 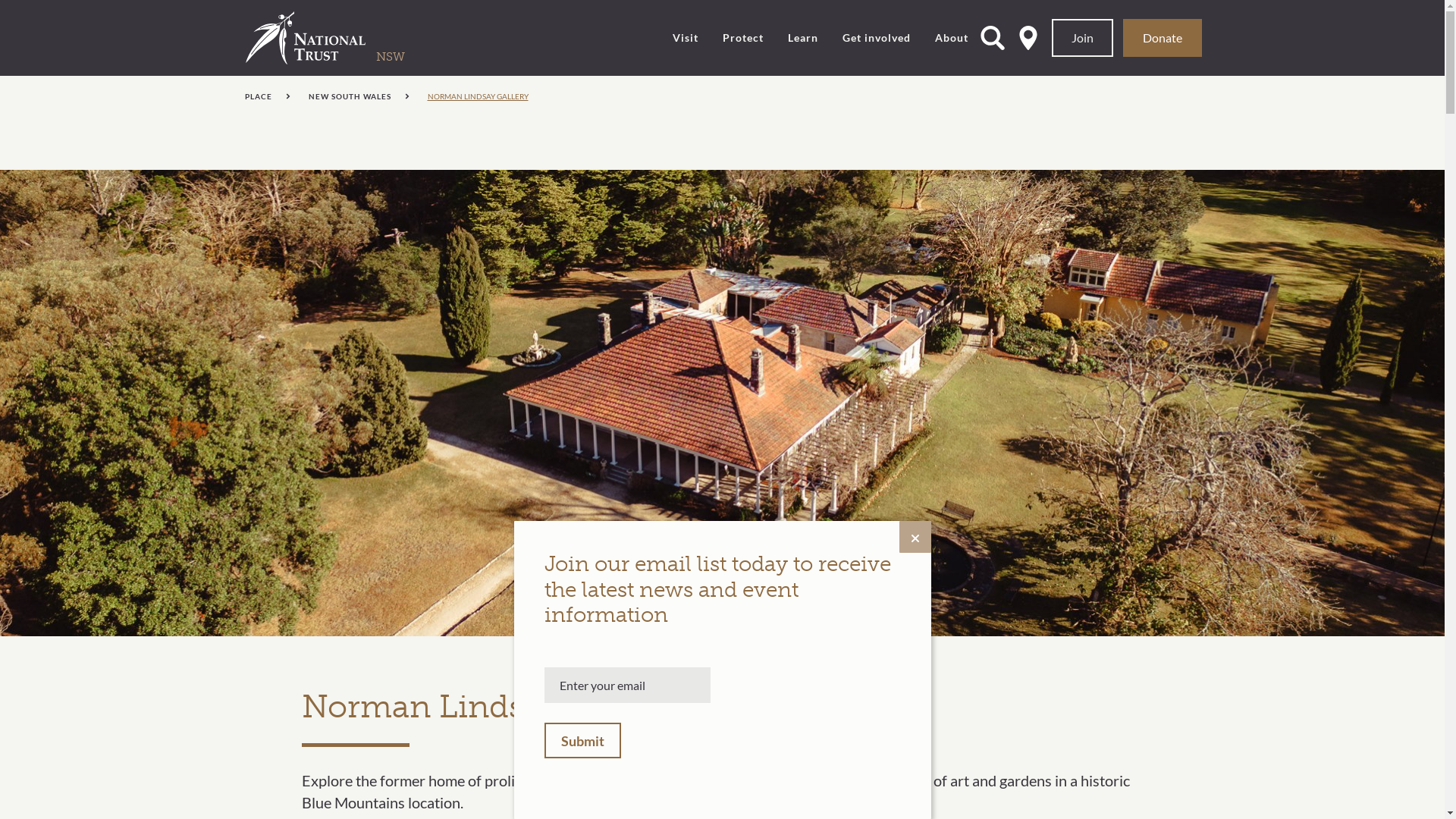 I want to click on 'Visit', so click(x=672, y=37).